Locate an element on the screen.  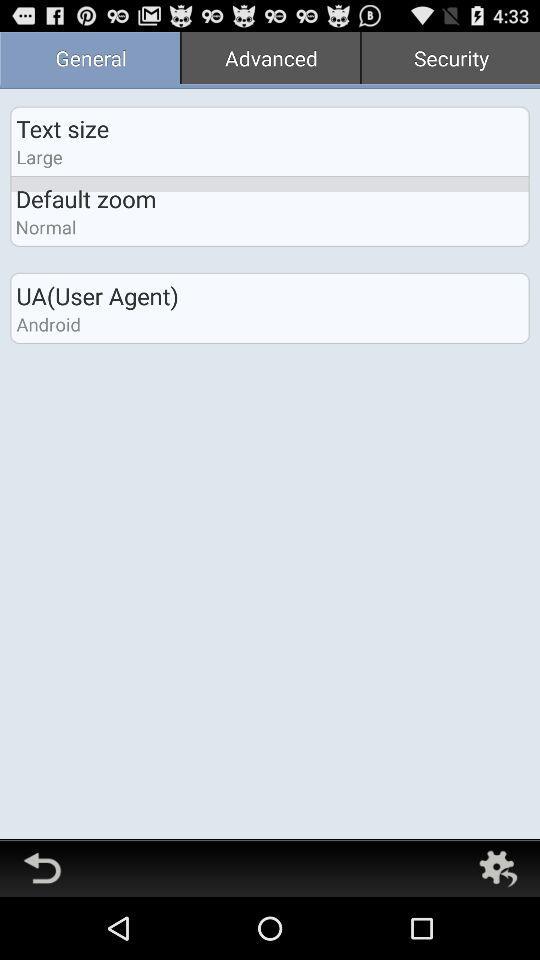
default zoom item is located at coordinates (85, 198).